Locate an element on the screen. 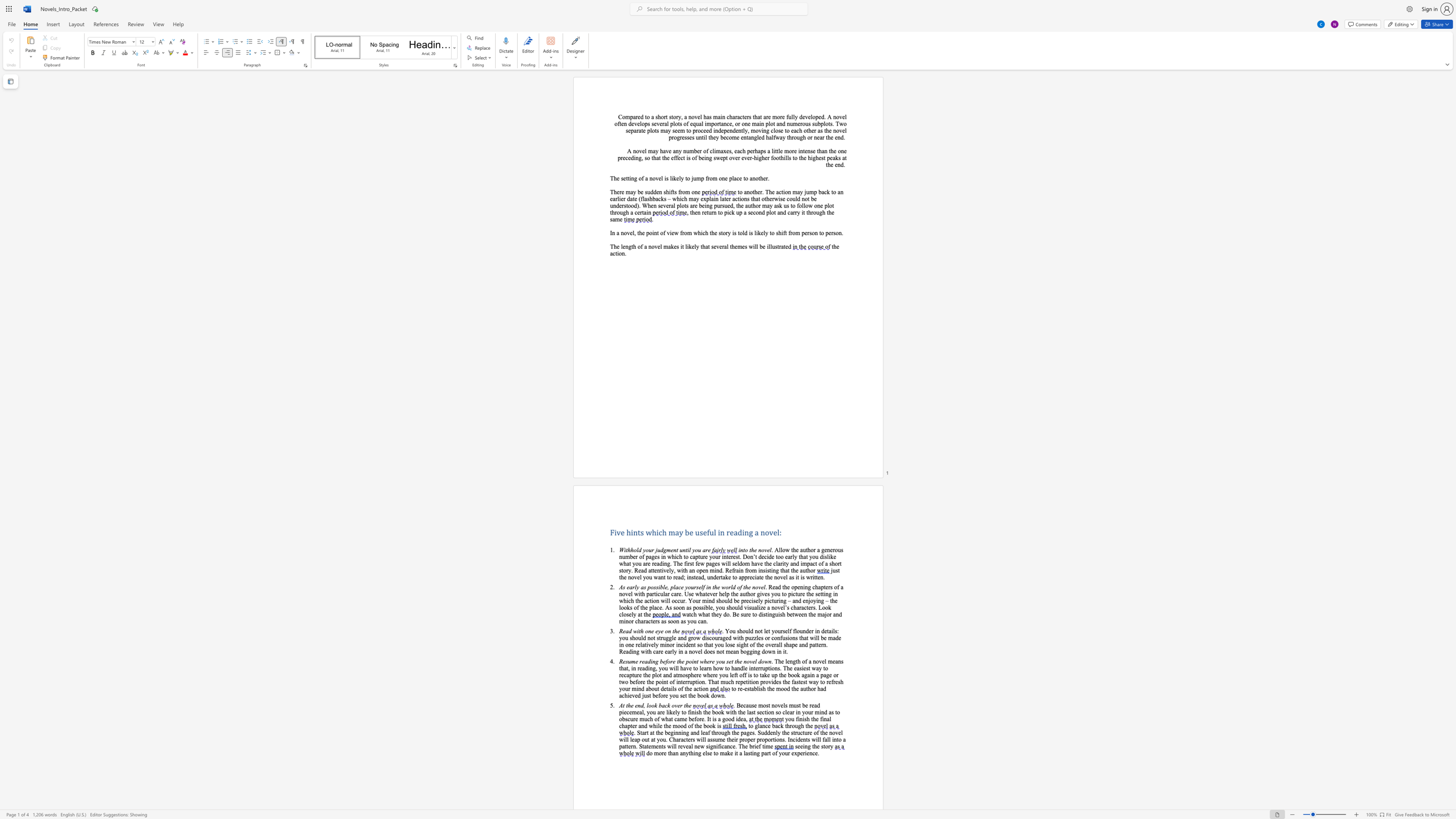 The width and height of the screenshot is (1456, 819). the subset text "rself in" within the text "As early as possible, place yourself in the world of the novel" is located at coordinates (694, 587).